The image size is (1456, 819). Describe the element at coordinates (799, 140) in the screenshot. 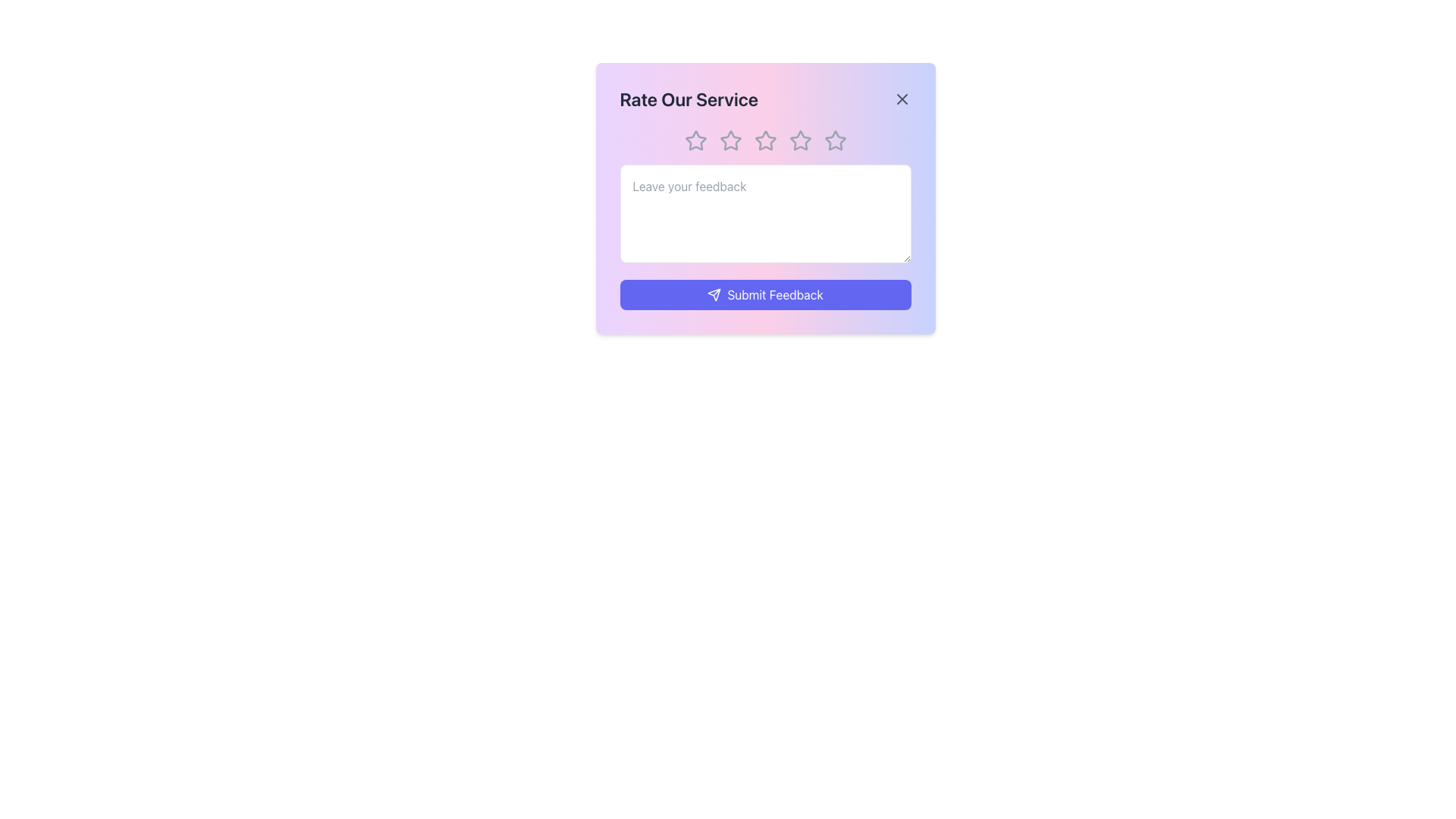

I see `the fourth star icon` at that location.